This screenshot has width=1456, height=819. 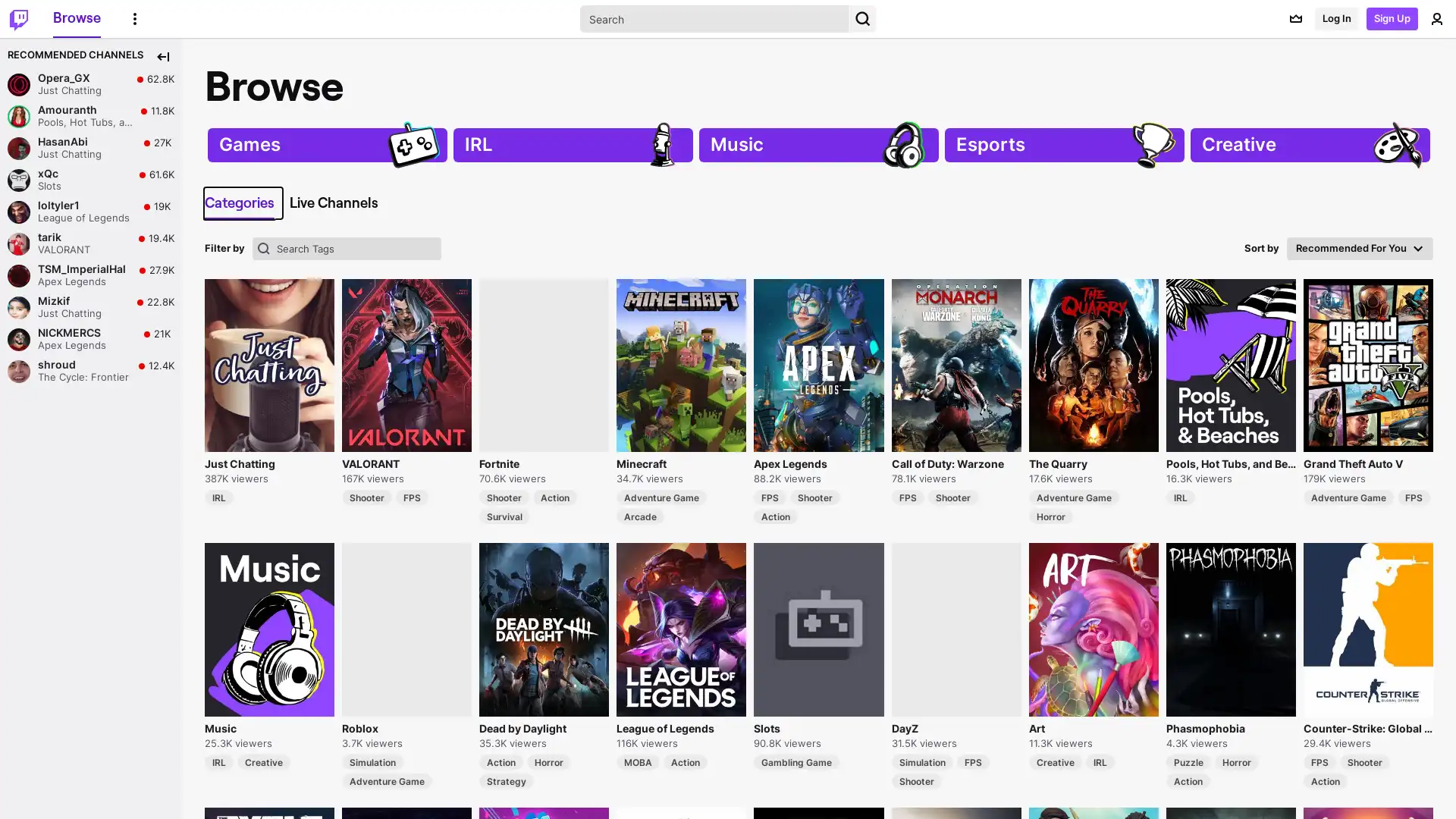 I want to click on Survival, so click(x=504, y=516).